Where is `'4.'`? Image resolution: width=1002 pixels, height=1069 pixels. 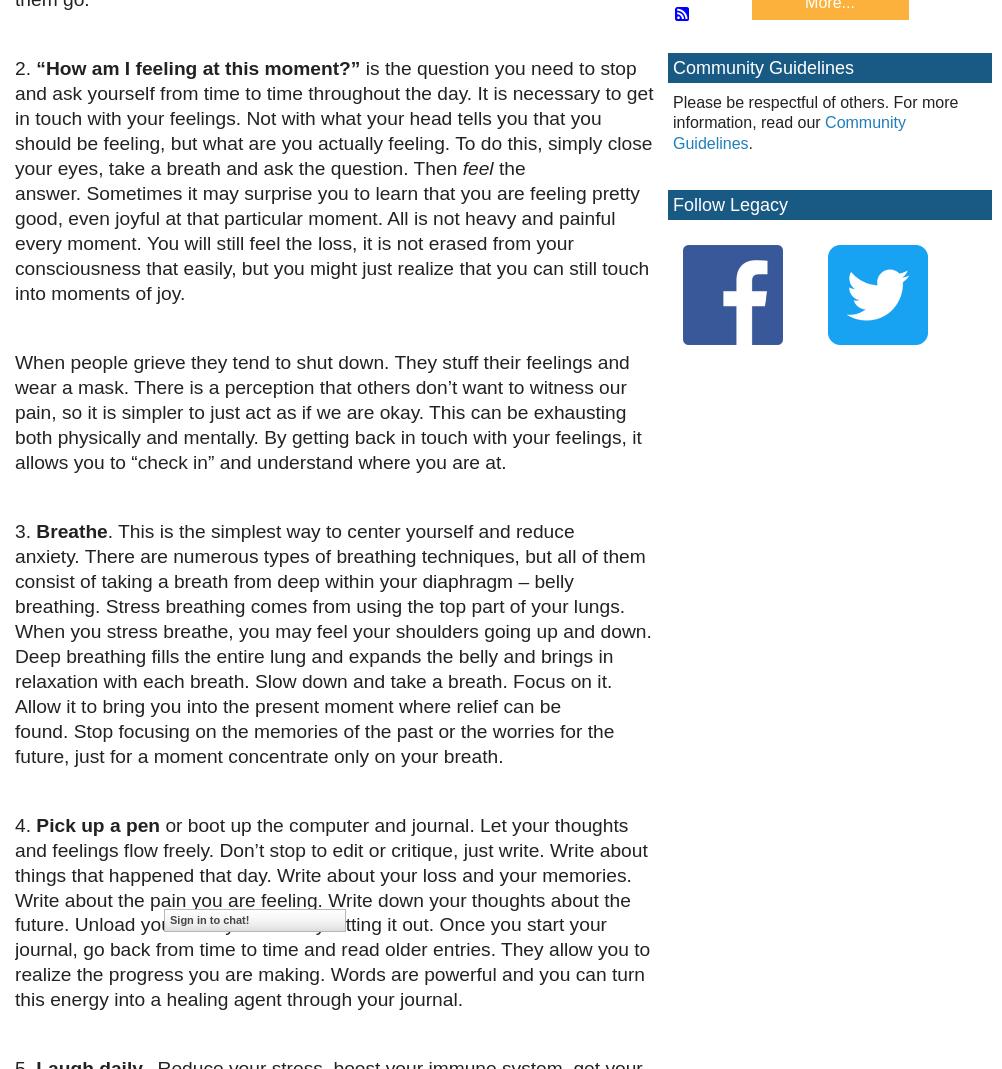
'4.' is located at coordinates (25, 824).